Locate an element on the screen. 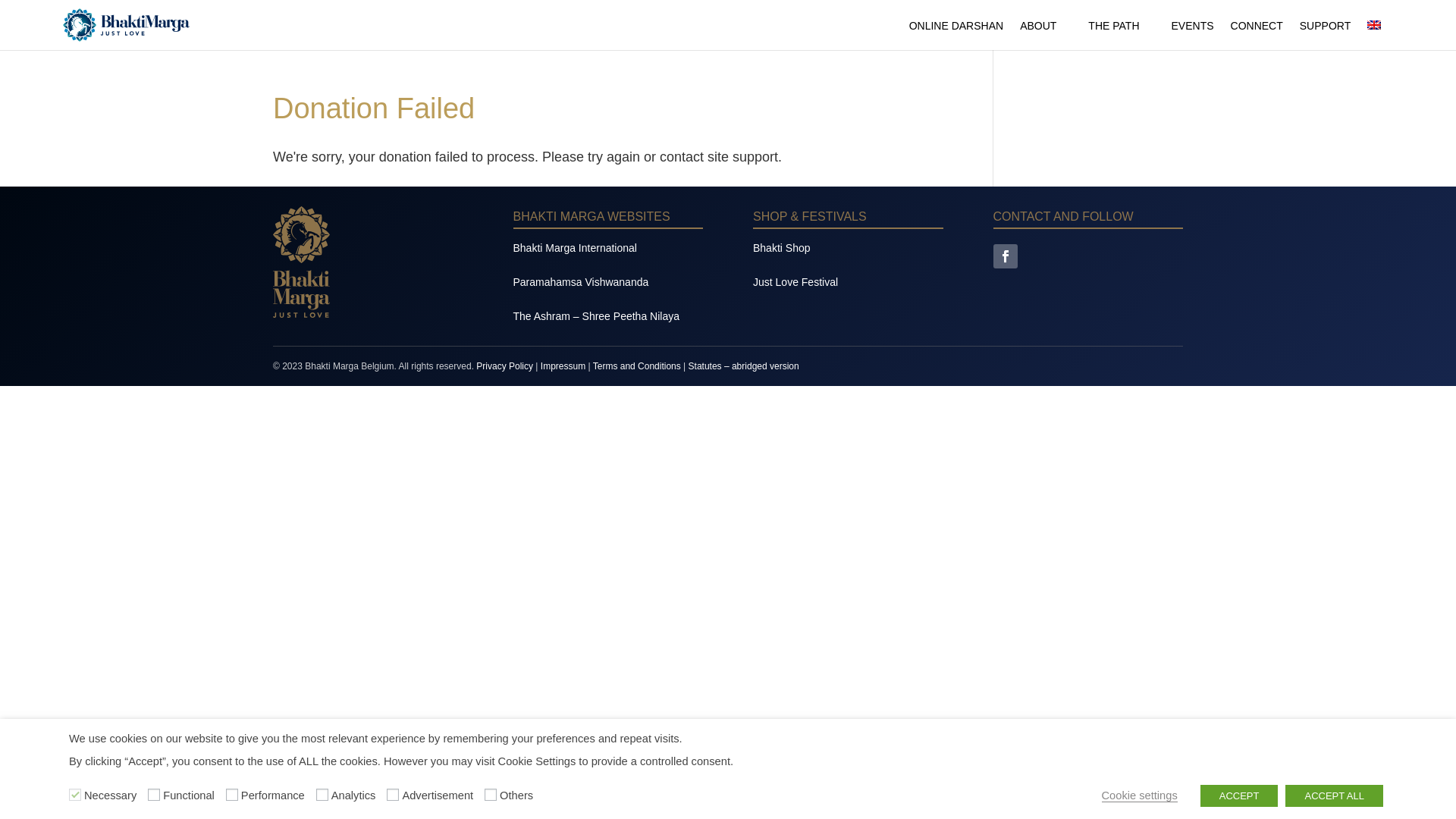 The width and height of the screenshot is (1456, 819). 'Follow on Facebook' is located at coordinates (1005, 256).